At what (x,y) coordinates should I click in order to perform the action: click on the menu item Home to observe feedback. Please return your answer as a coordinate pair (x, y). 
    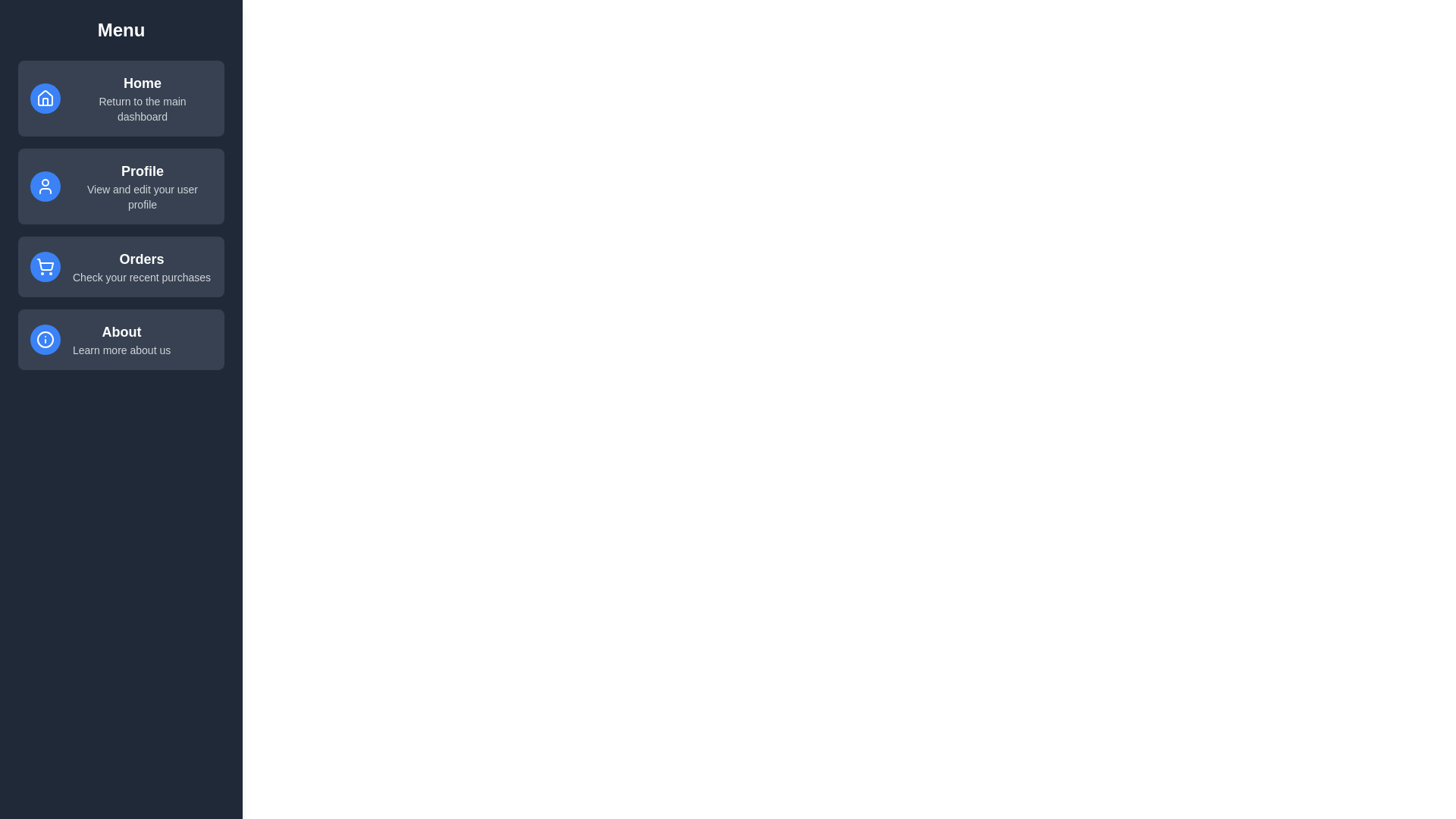
    Looking at the image, I should click on (120, 99).